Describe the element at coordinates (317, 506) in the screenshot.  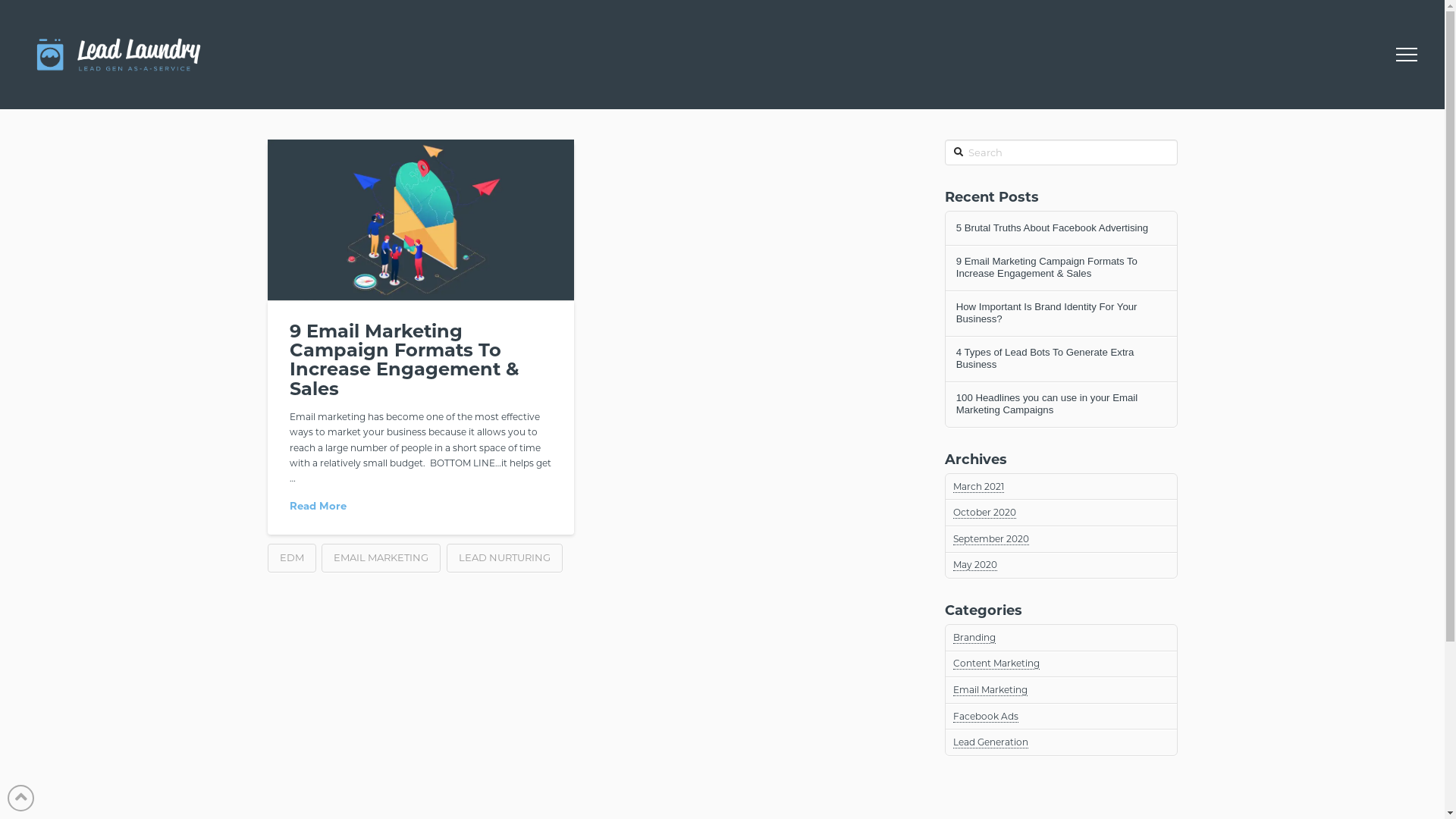
I see `'Read More'` at that location.